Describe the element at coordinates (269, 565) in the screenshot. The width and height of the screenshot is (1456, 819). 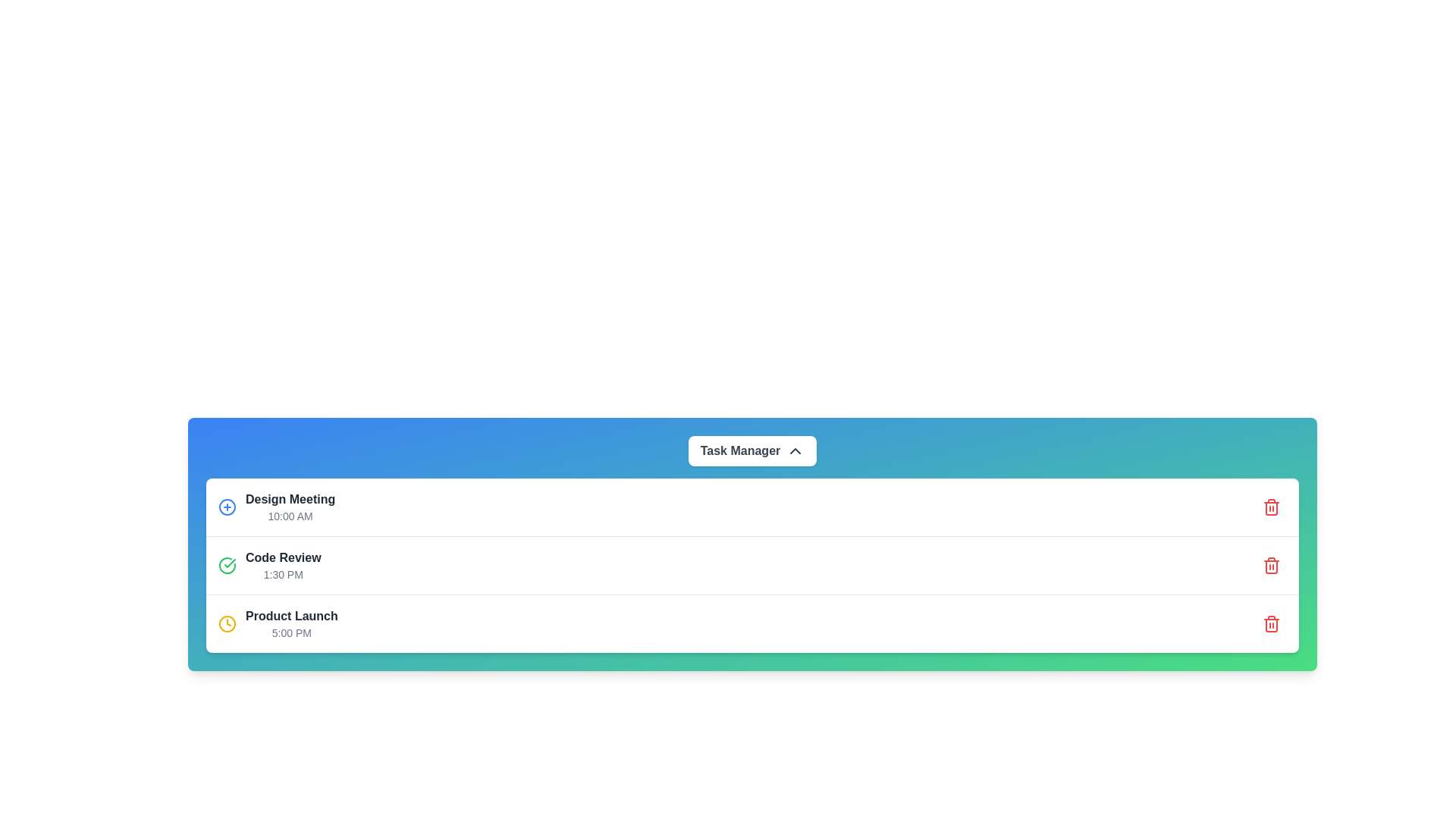
I see `displayed information from the Labeled List Item element titled 'Code Review' which includes the time '1:30 PM' and a green checkmark icon` at that location.